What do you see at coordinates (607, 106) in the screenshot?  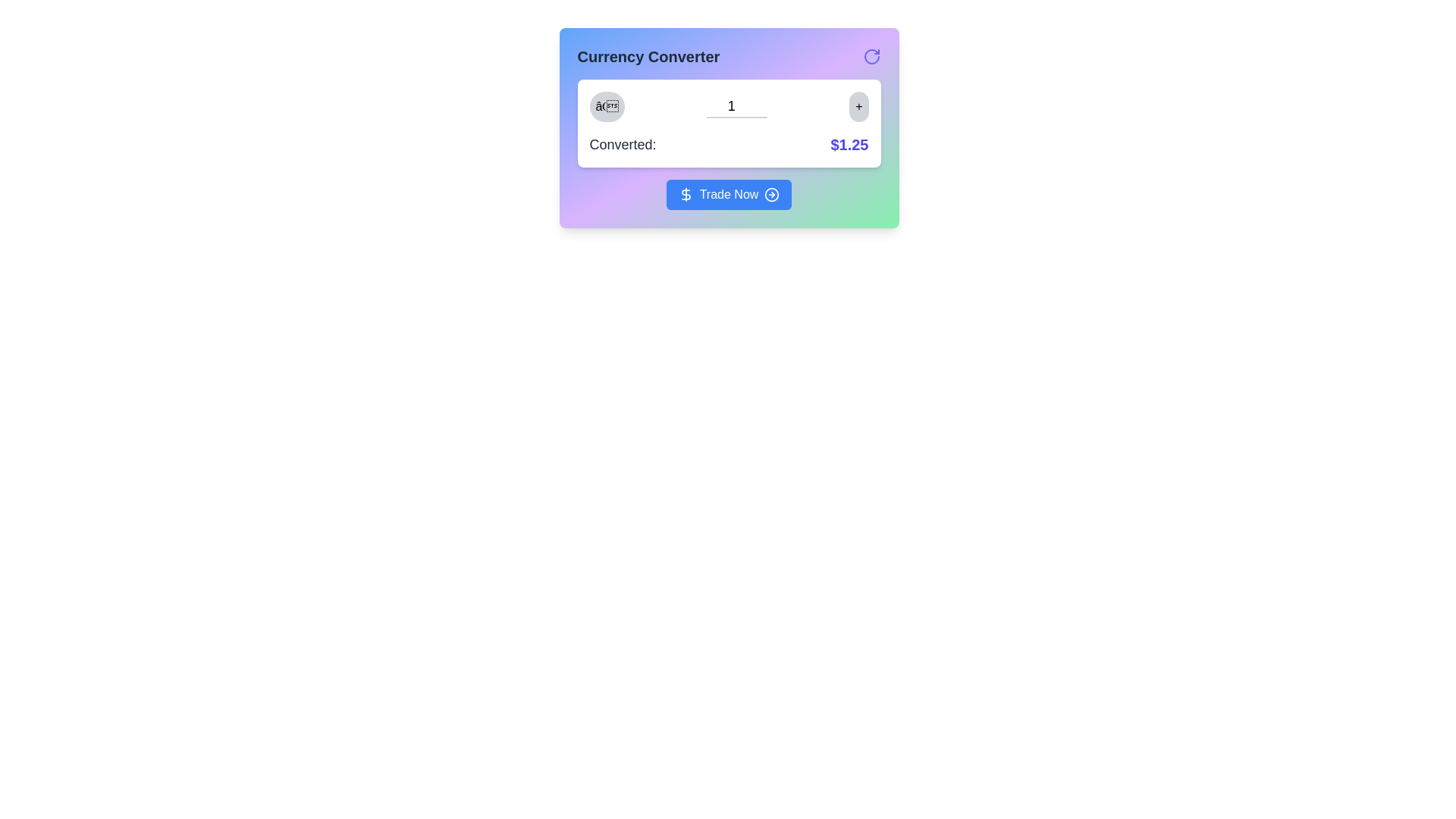 I see `the decrement button located on the leftmost side of the row in the 'Currency Converter' card interface` at bounding box center [607, 106].